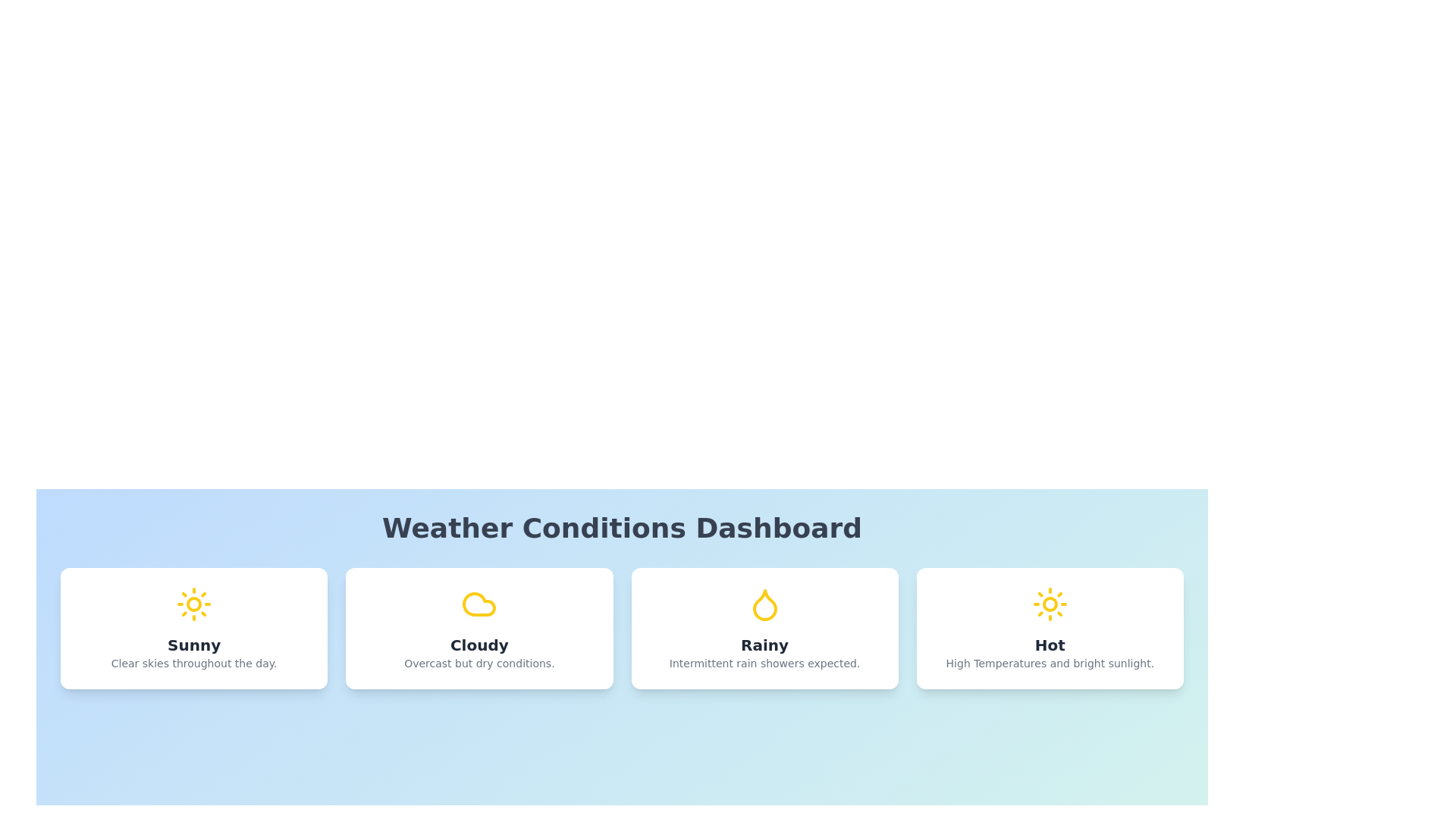 This screenshot has width=1456, height=819. What do you see at coordinates (193, 663) in the screenshot?
I see `text label displaying 'Clear skies throughout the day.' located below the title 'Sunny' within the leftmost weather card on the dashboard` at bounding box center [193, 663].